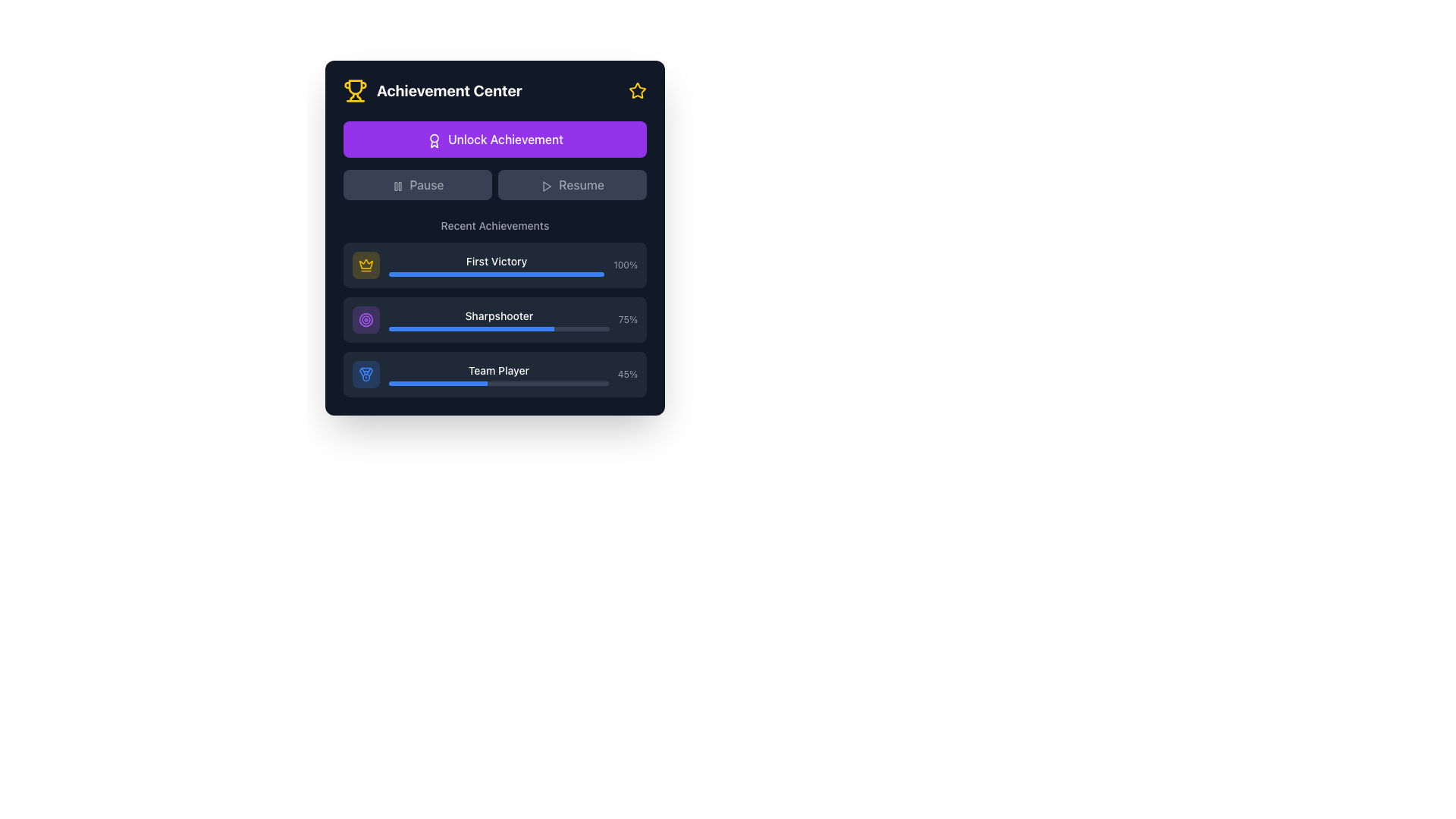  Describe the element at coordinates (418, 184) in the screenshot. I see `the 'Pause' button, which is a rectangular button with rounded corners and a dark gray background` at that location.